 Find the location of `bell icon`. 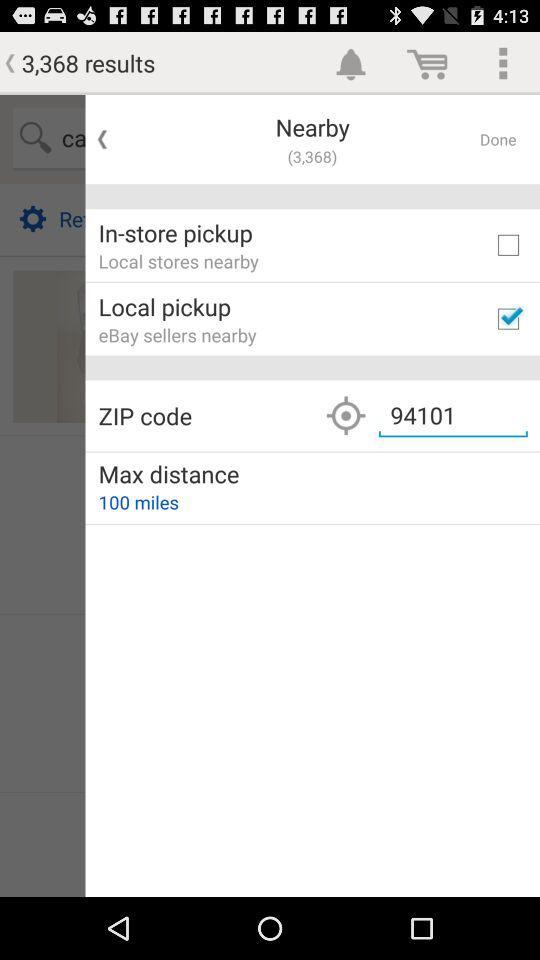

bell icon is located at coordinates (351, 62).